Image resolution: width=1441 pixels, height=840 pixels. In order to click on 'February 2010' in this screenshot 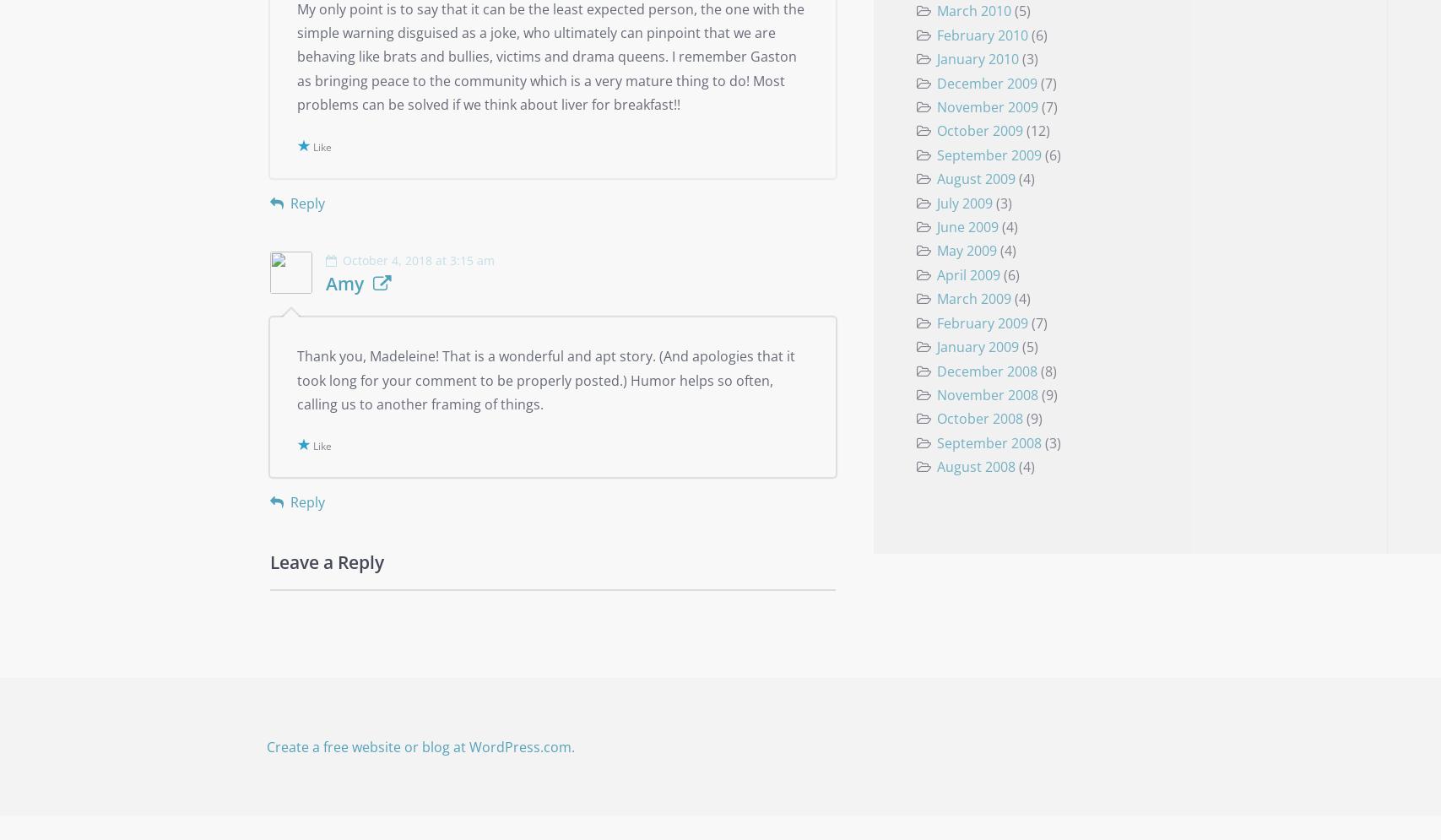, I will do `click(980, 33)`.